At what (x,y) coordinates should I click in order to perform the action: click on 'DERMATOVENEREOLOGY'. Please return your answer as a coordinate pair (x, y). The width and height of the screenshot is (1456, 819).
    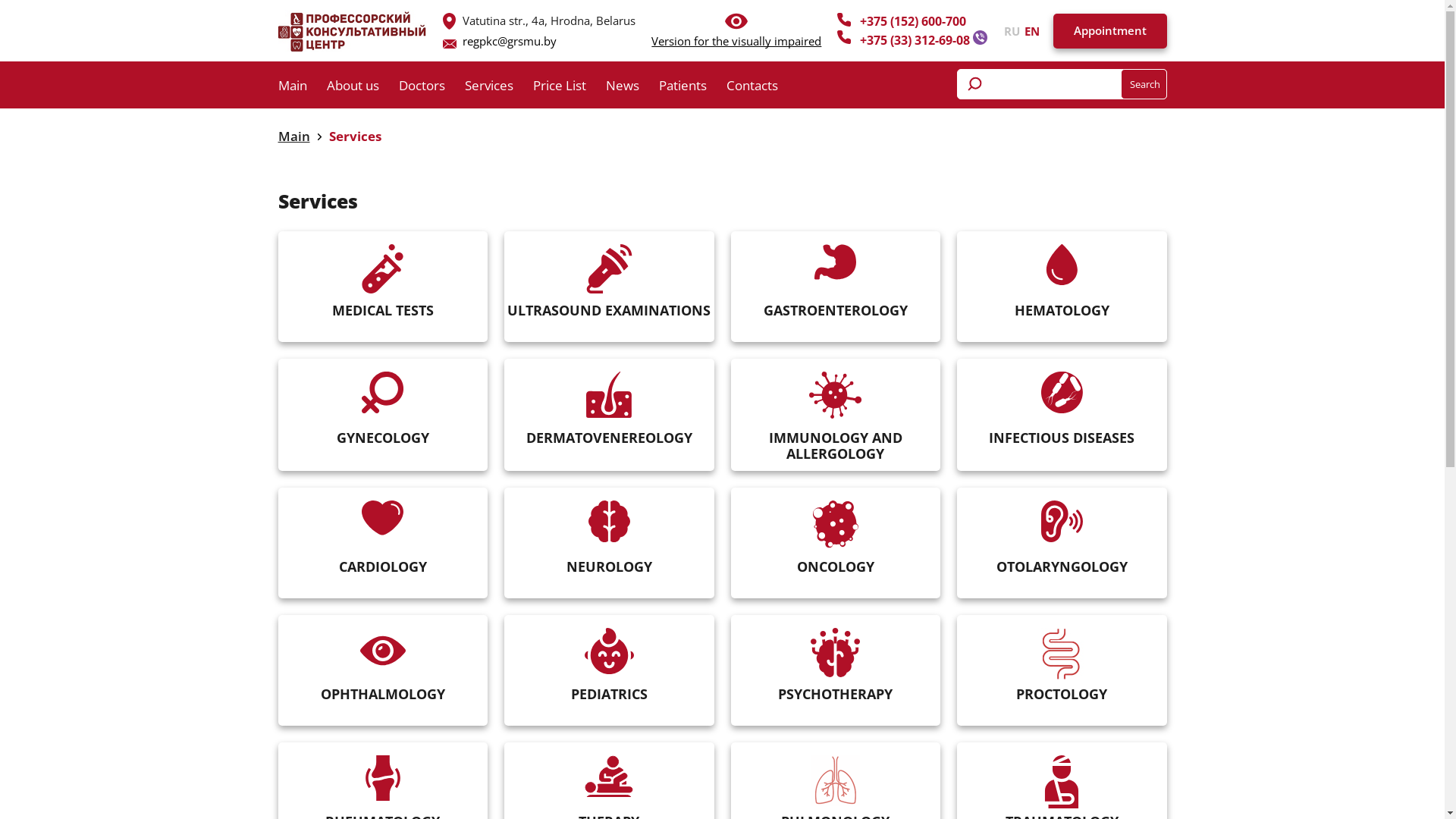
    Looking at the image, I should click on (505, 415).